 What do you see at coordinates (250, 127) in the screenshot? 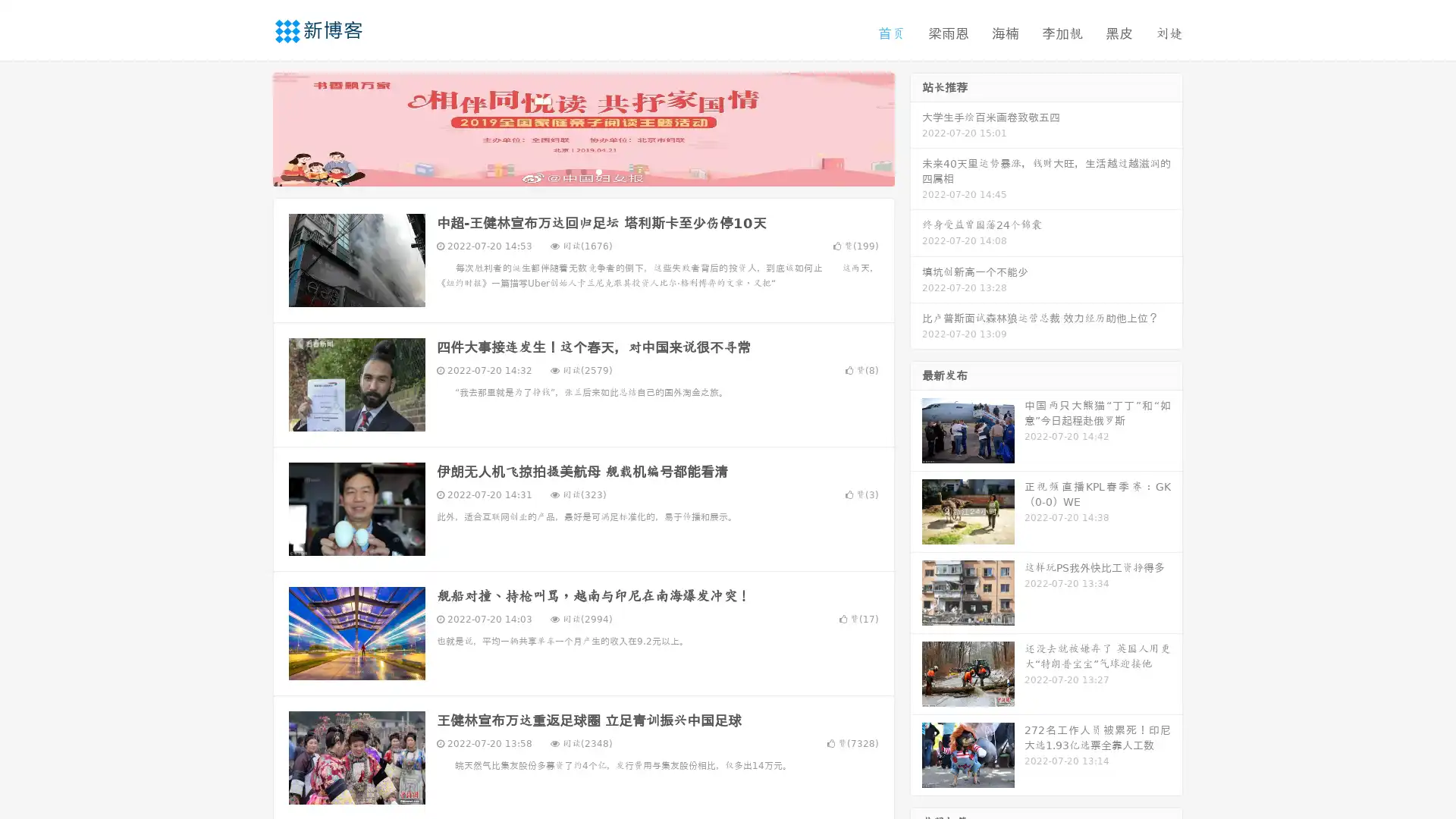
I see `Previous slide` at bounding box center [250, 127].